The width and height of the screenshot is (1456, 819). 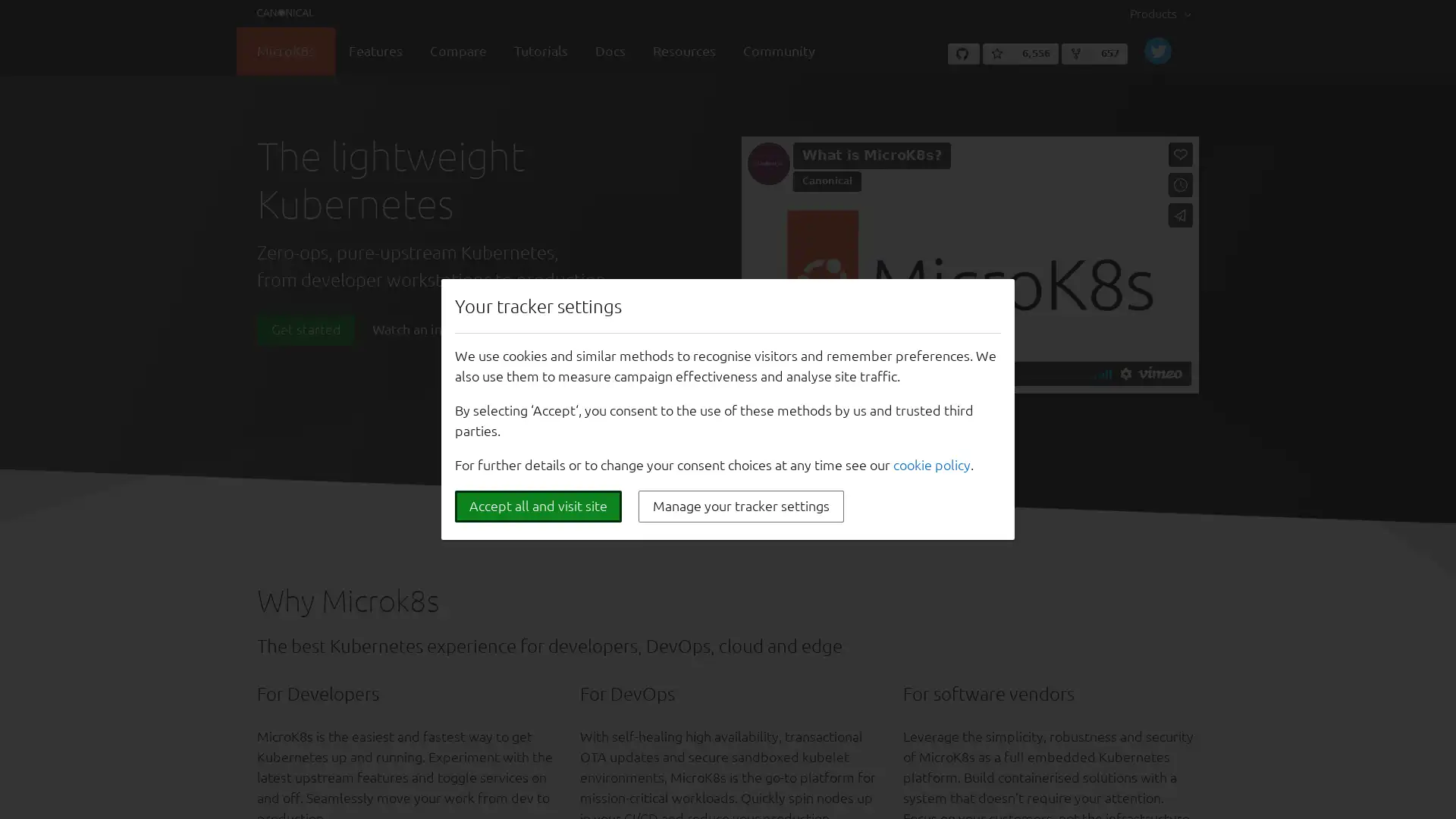 What do you see at coordinates (741, 506) in the screenshot?
I see `Manage your tracker settings` at bounding box center [741, 506].